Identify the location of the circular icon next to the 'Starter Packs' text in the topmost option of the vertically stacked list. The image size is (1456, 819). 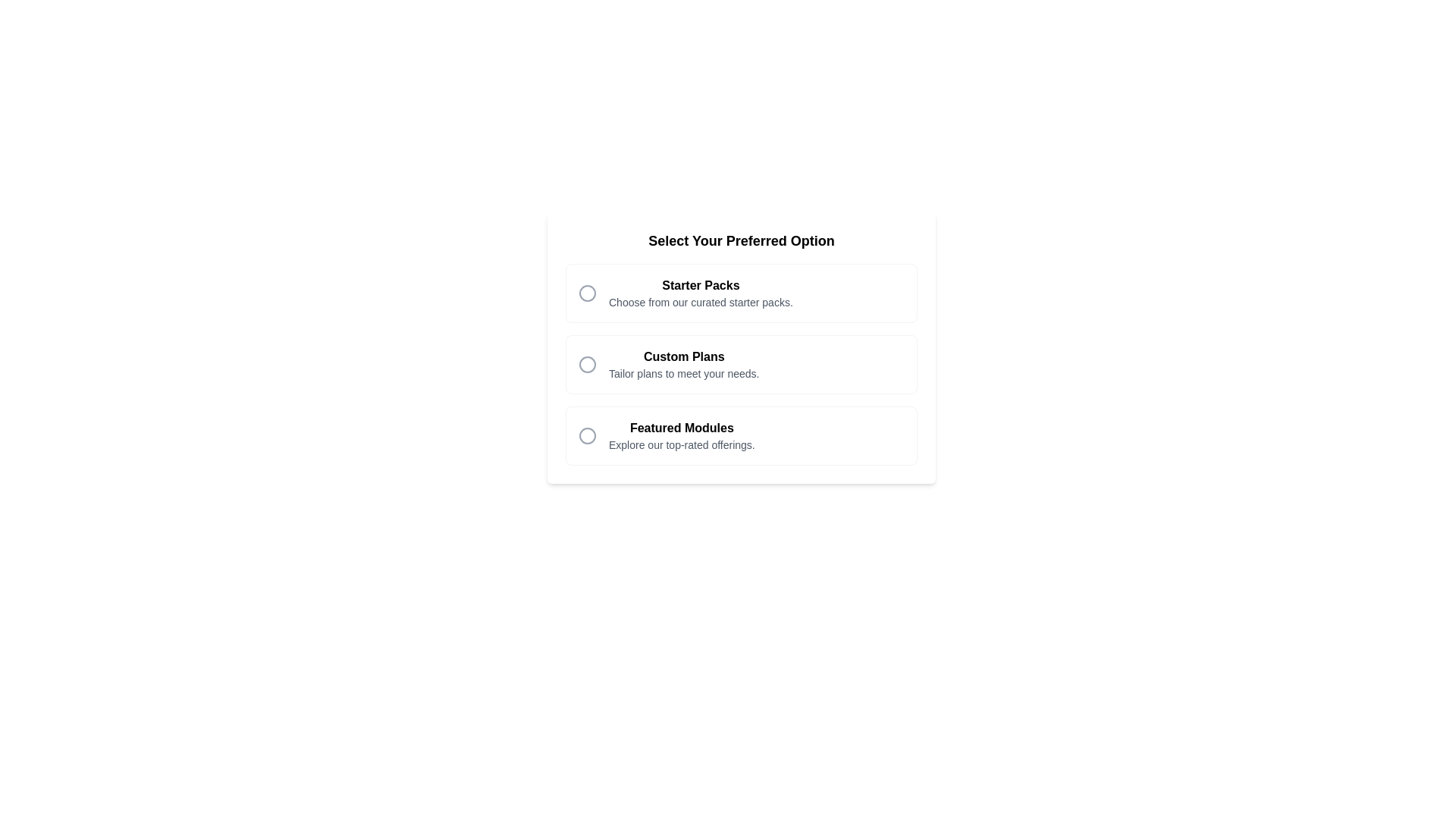
(586, 293).